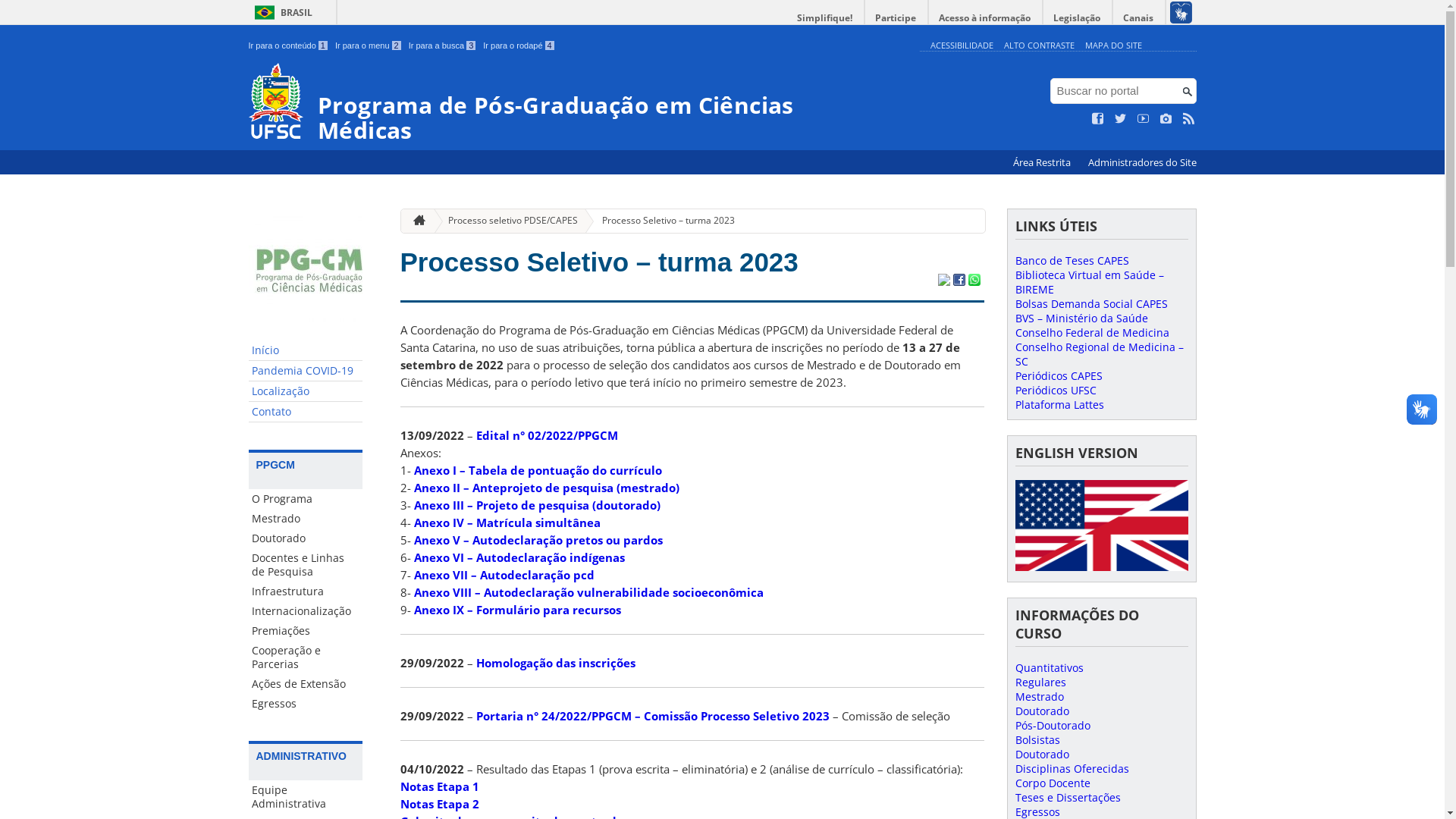 Image resolution: width=1456 pixels, height=819 pixels. What do you see at coordinates (441, 45) in the screenshot?
I see `'Ir para a busca 3'` at bounding box center [441, 45].